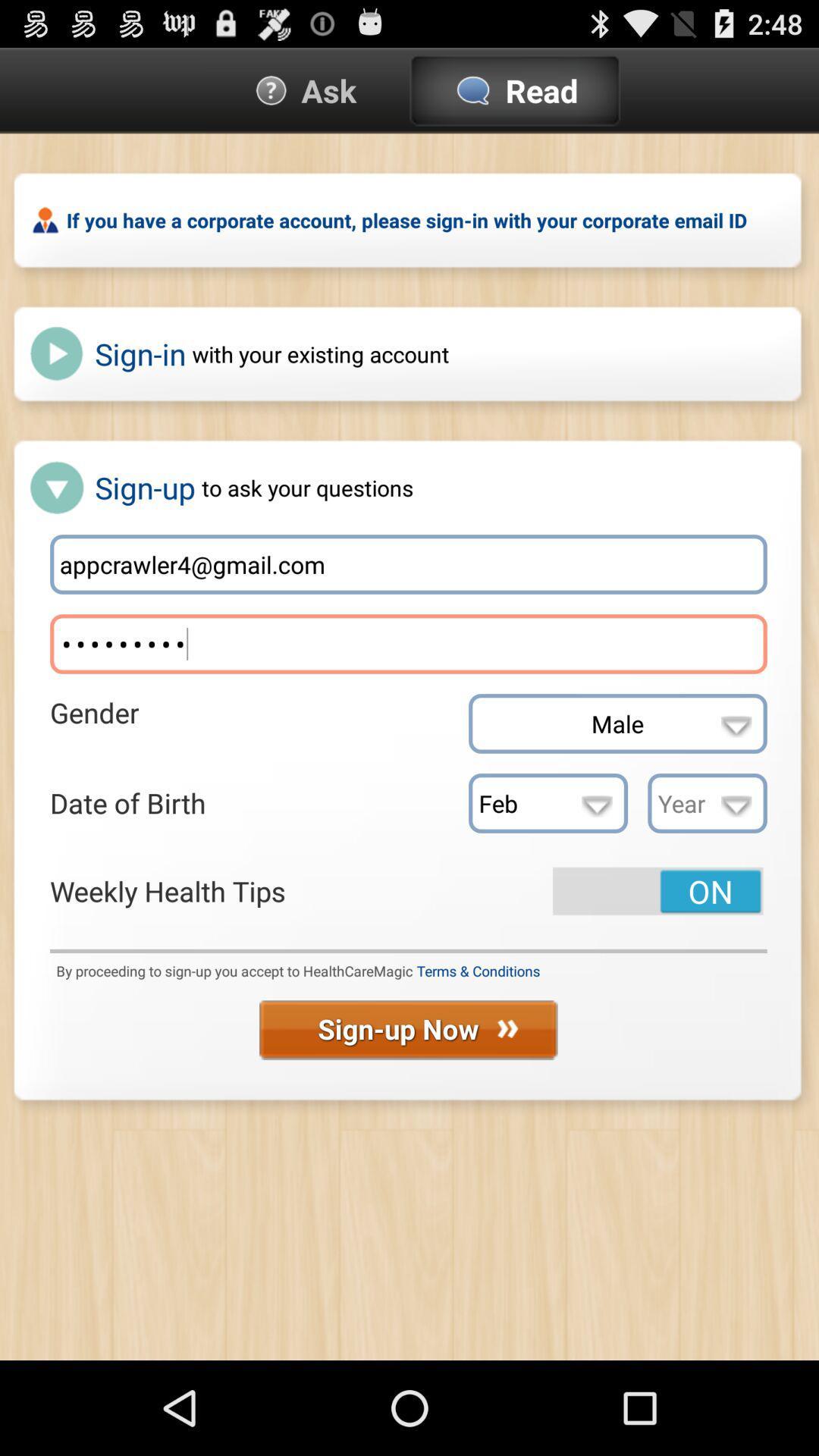 The height and width of the screenshot is (1456, 819). What do you see at coordinates (708, 802) in the screenshot?
I see `choose the birth year` at bounding box center [708, 802].